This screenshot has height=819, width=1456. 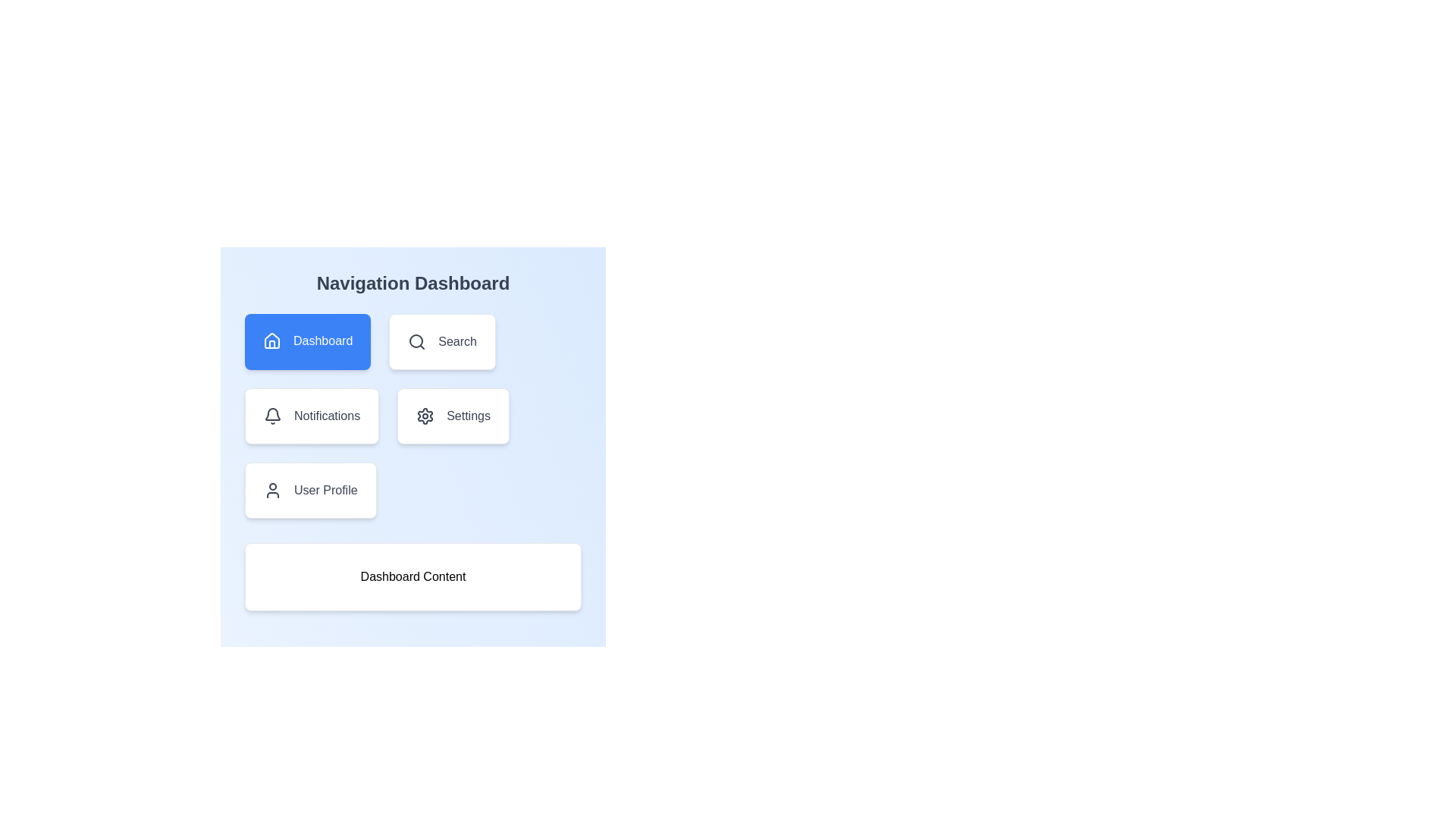 What do you see at coordinates (441, 342) in the screenshot?
I see `the 'Search' button, which features a magnifying glass icon and is located to the right of the 'Dashboard' button in the top row of the main menu` at bounding box center [441, 342].